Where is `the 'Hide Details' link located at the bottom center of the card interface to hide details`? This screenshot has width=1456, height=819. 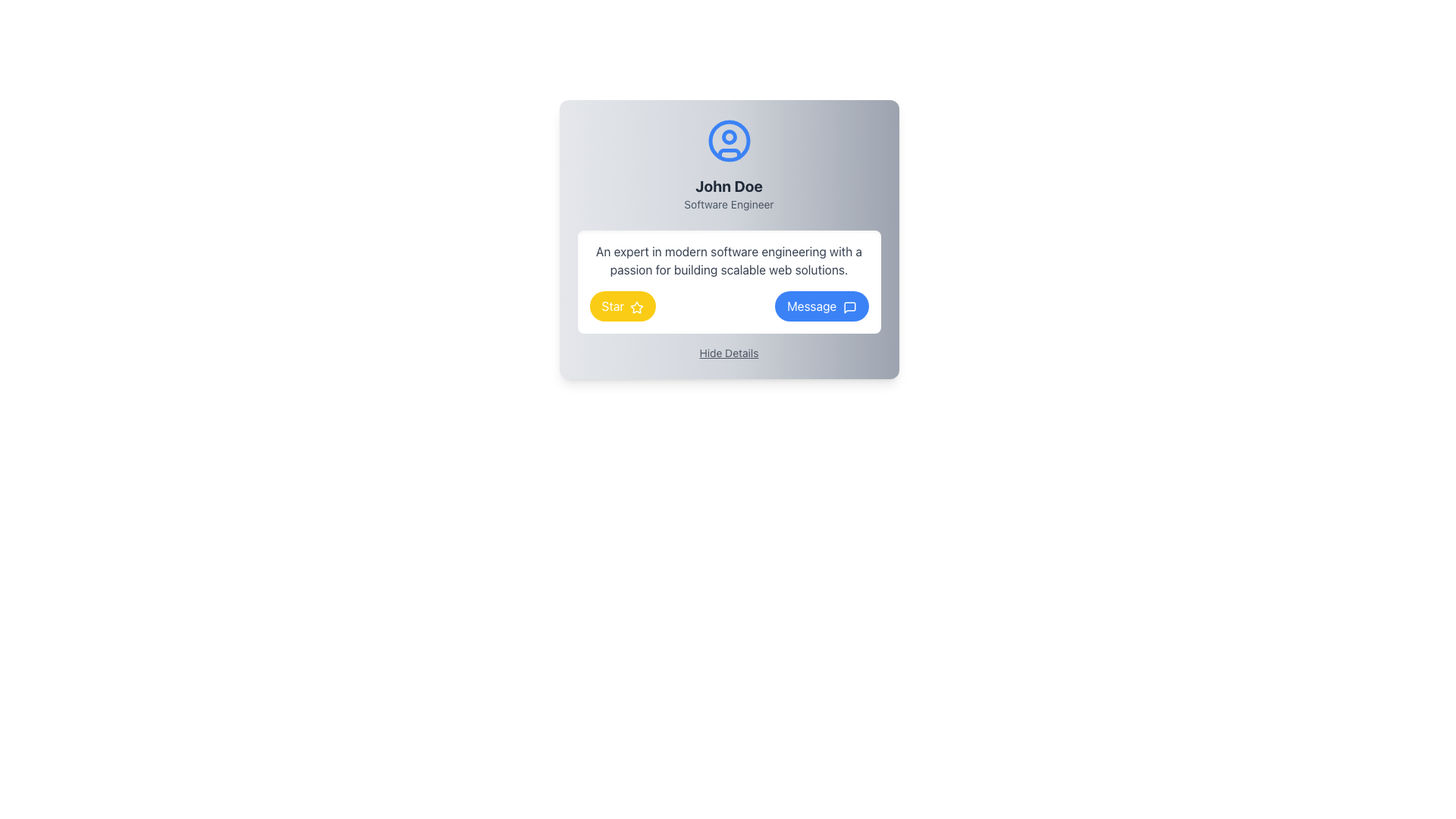
the 'Hide Details' link located at the bottom center of the card interface to hide details is located at coordinates (729, 353).